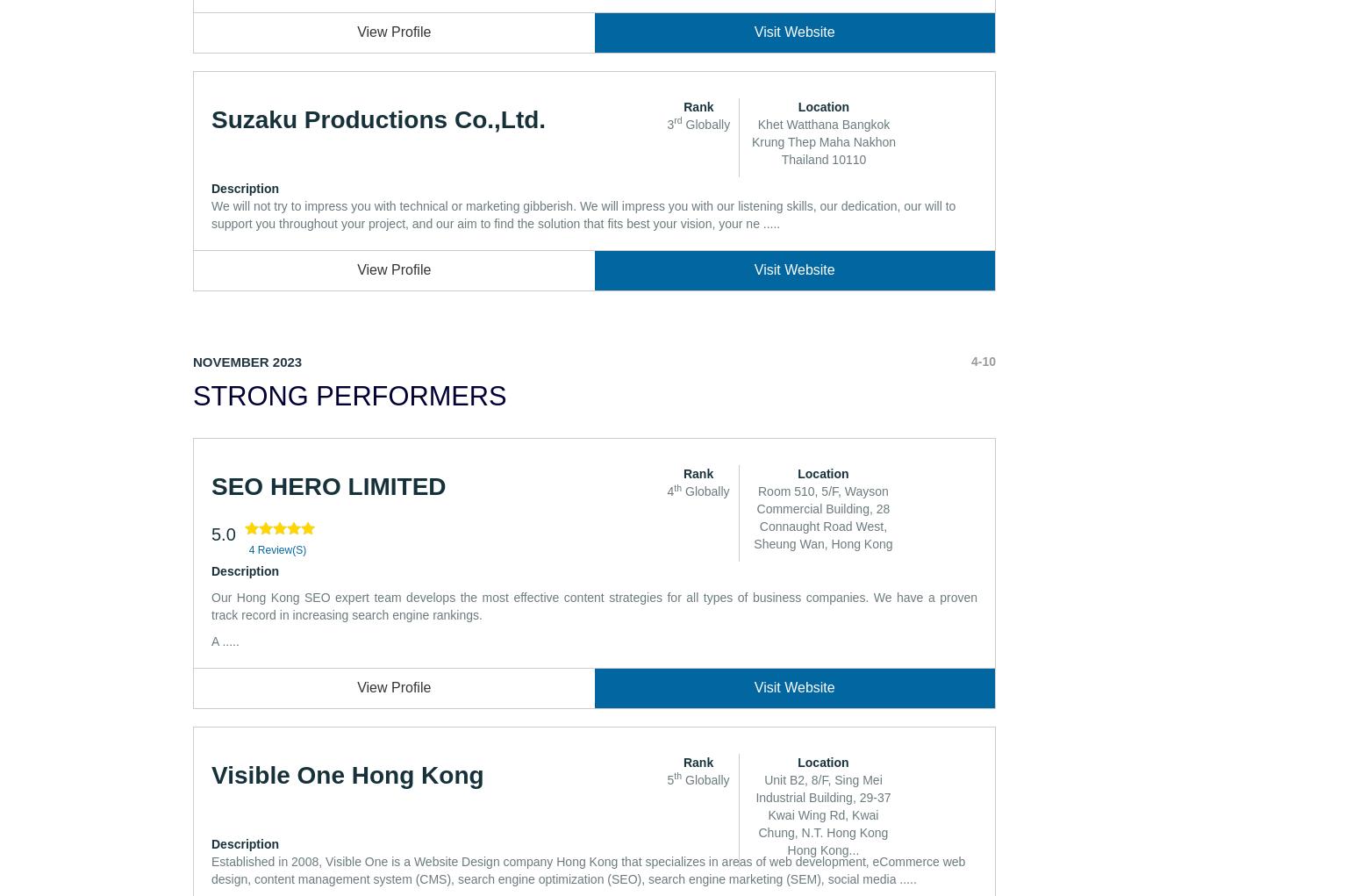  What do you see at coordinates (677, 120) in the screenshot?
I see `'rd'` at bounding box center [677, 120].